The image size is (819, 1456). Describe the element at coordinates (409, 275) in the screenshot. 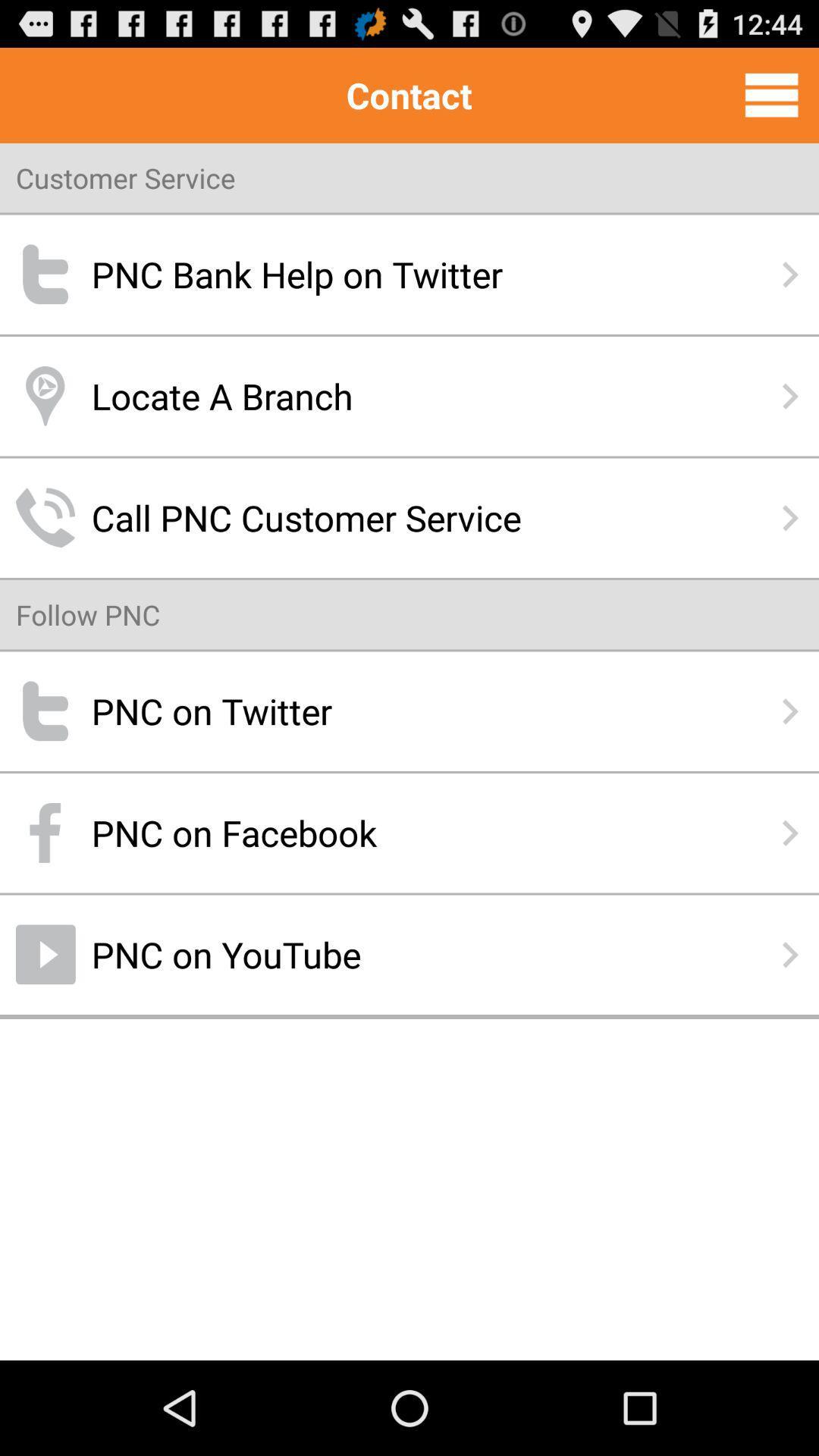

I see `the pnc bank help icon` at that location.